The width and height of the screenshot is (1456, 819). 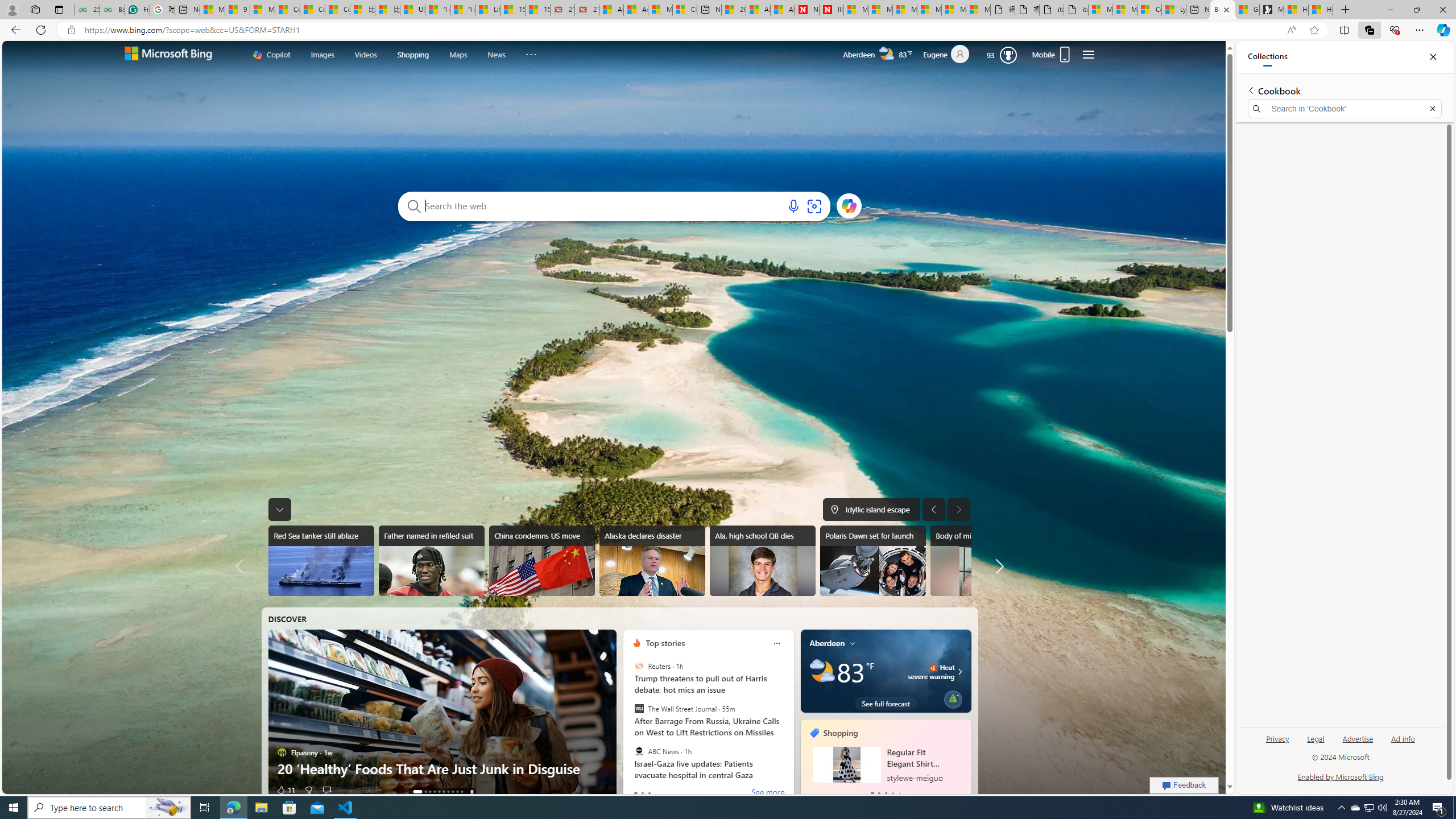 What do you see at coordinates (447, 791) in the screenshot?
I see `'AutomationID: tab-6'` at bounding box center [447, 791].